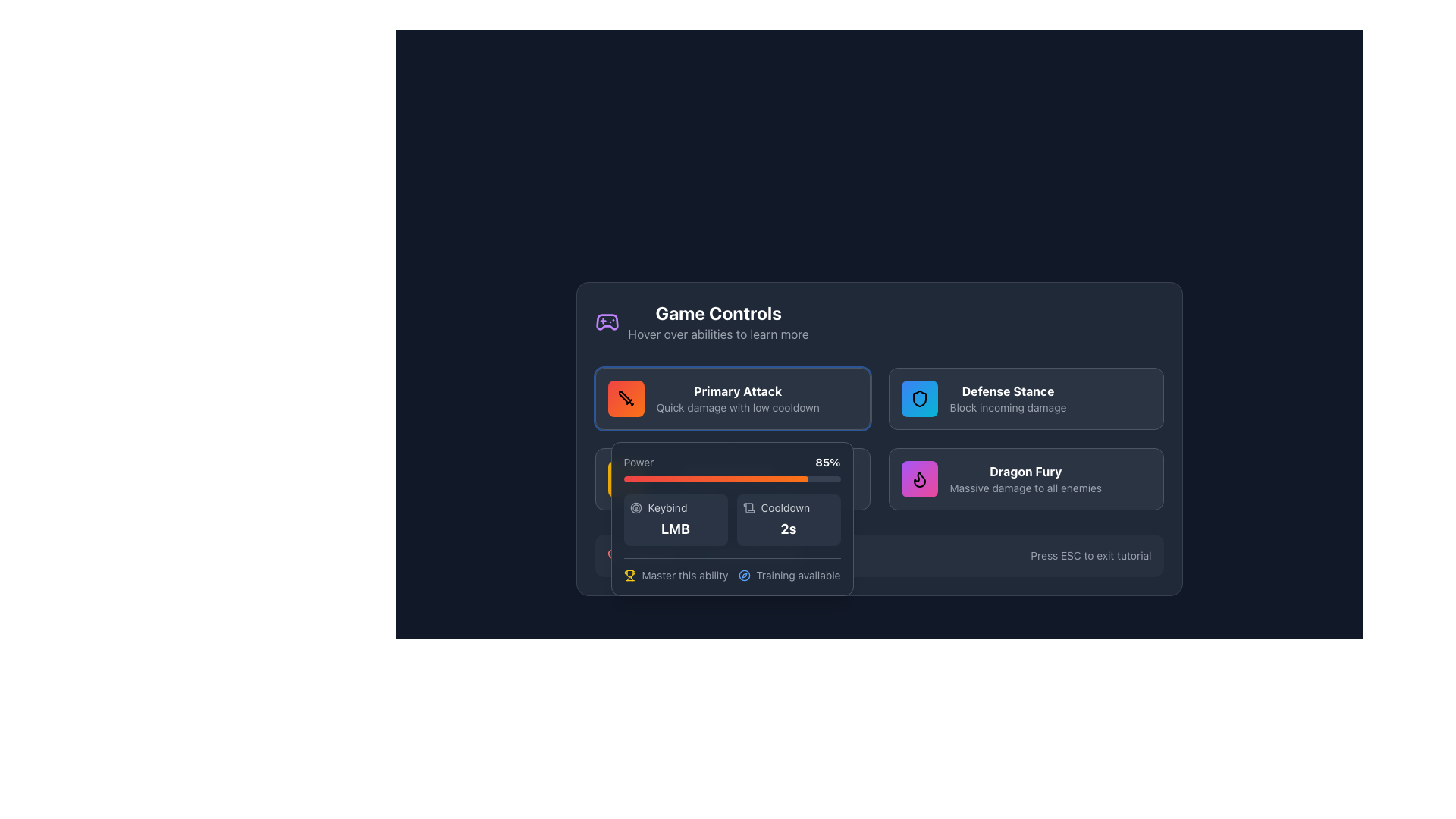  Describe the element at coordinates (667, 508) in the screenshot. I see `text from the 'Keybind' label, which is a small, light gray font situated in a horizontal layout next to a target icon and above a bold 'LMB' label` at that location.